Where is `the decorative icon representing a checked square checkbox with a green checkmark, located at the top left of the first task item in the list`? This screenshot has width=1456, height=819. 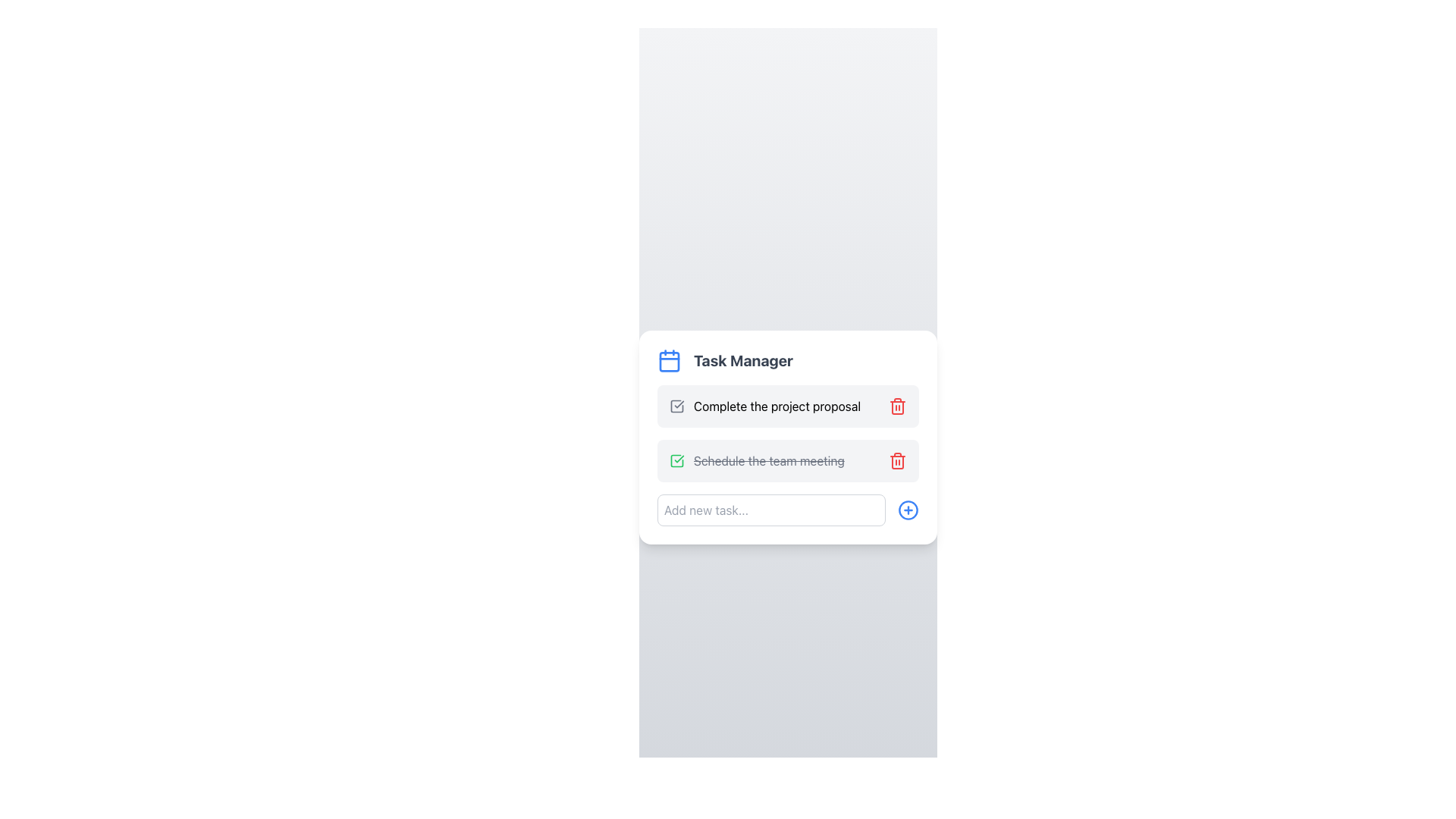 the decorative icon representing a checked square checkbox with a green checkmark, located at the top left of the first task item in the list is located at coordinates (676, 460).